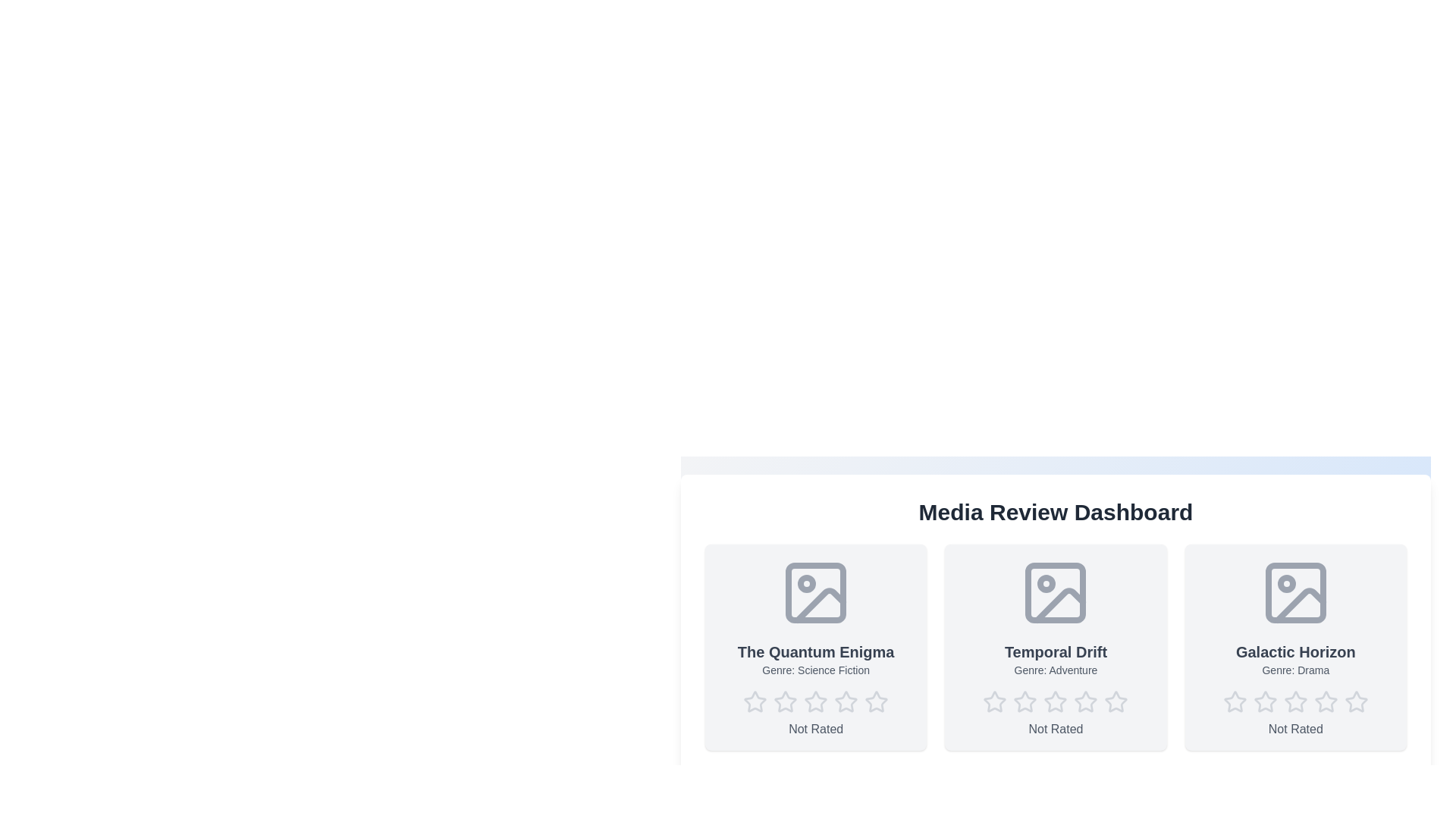 The image size is (1456, 819). What do you see at coordinates (786, 701) in the screenshot?
I see `the star corresponding to the desired rating 2 for the media item The Quantum Enigma` at bounding box center [786, 701].